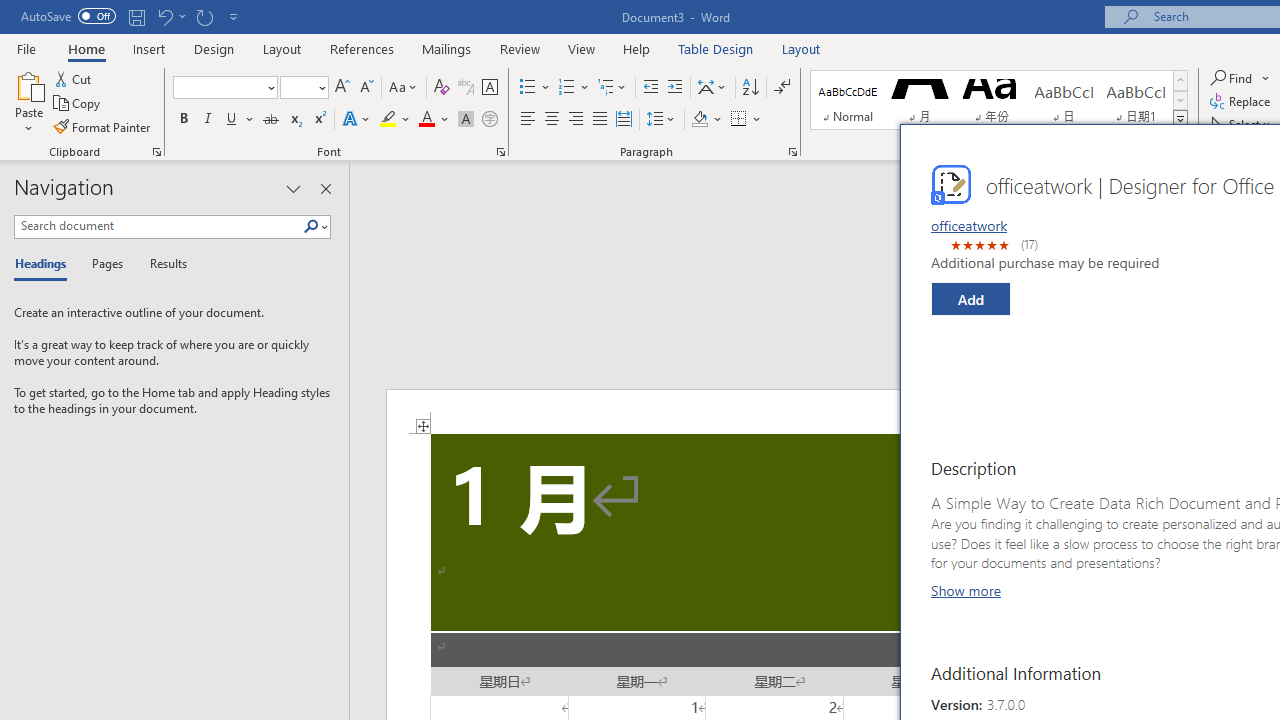 This screenshot has height=720, width=1280. What do you see at coordinates (425, 119) in the screenshot?
I see `'Font Color RGB(255, 0, 0)'` at bounding box center [425, 119].